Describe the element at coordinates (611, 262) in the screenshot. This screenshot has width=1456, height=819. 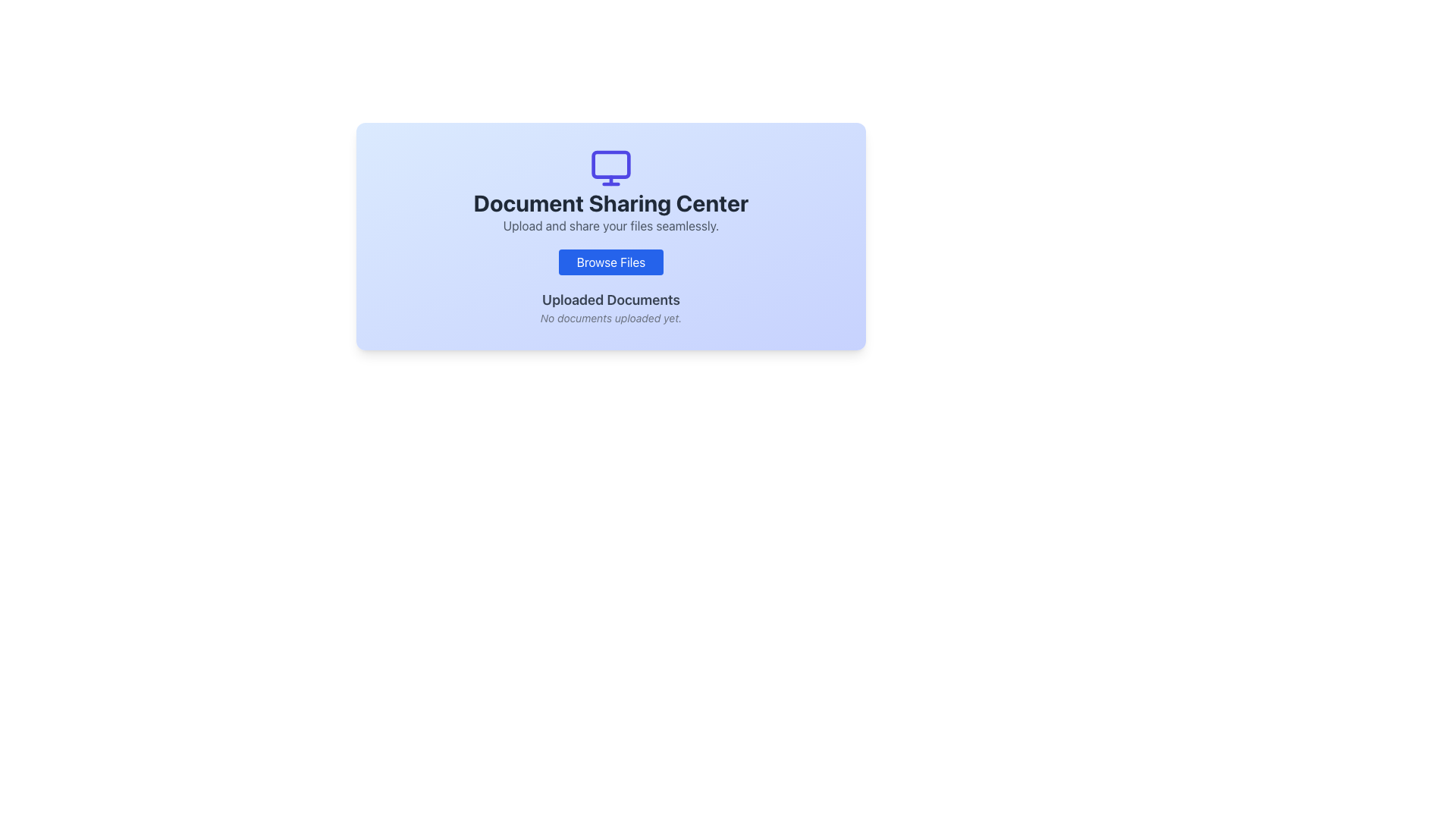
I see `the blue 'Browse Files' button with white text` at that location.